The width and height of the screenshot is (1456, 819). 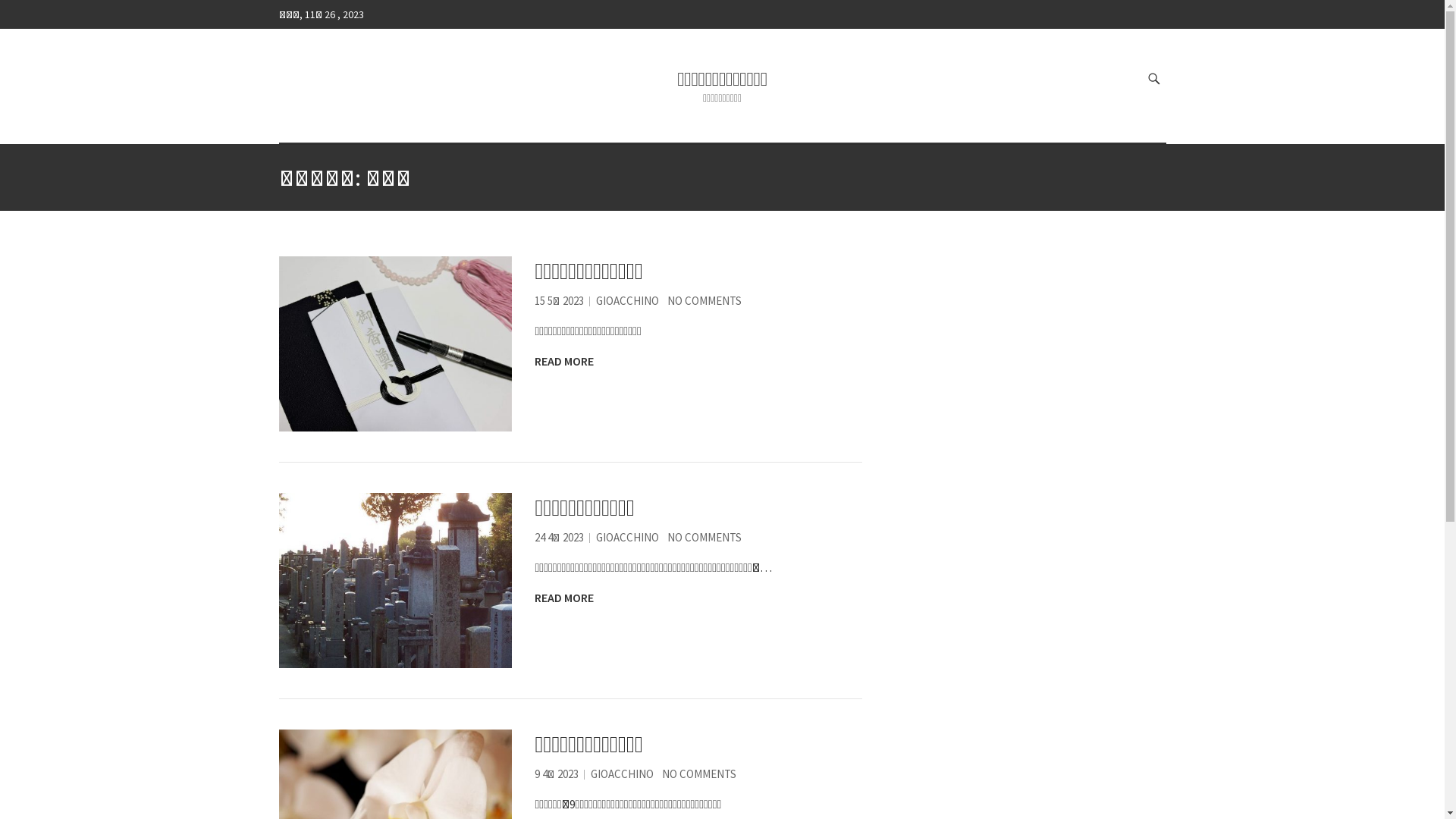 I want to click on 'NO COMMENTS', so click(x=704, y=536).